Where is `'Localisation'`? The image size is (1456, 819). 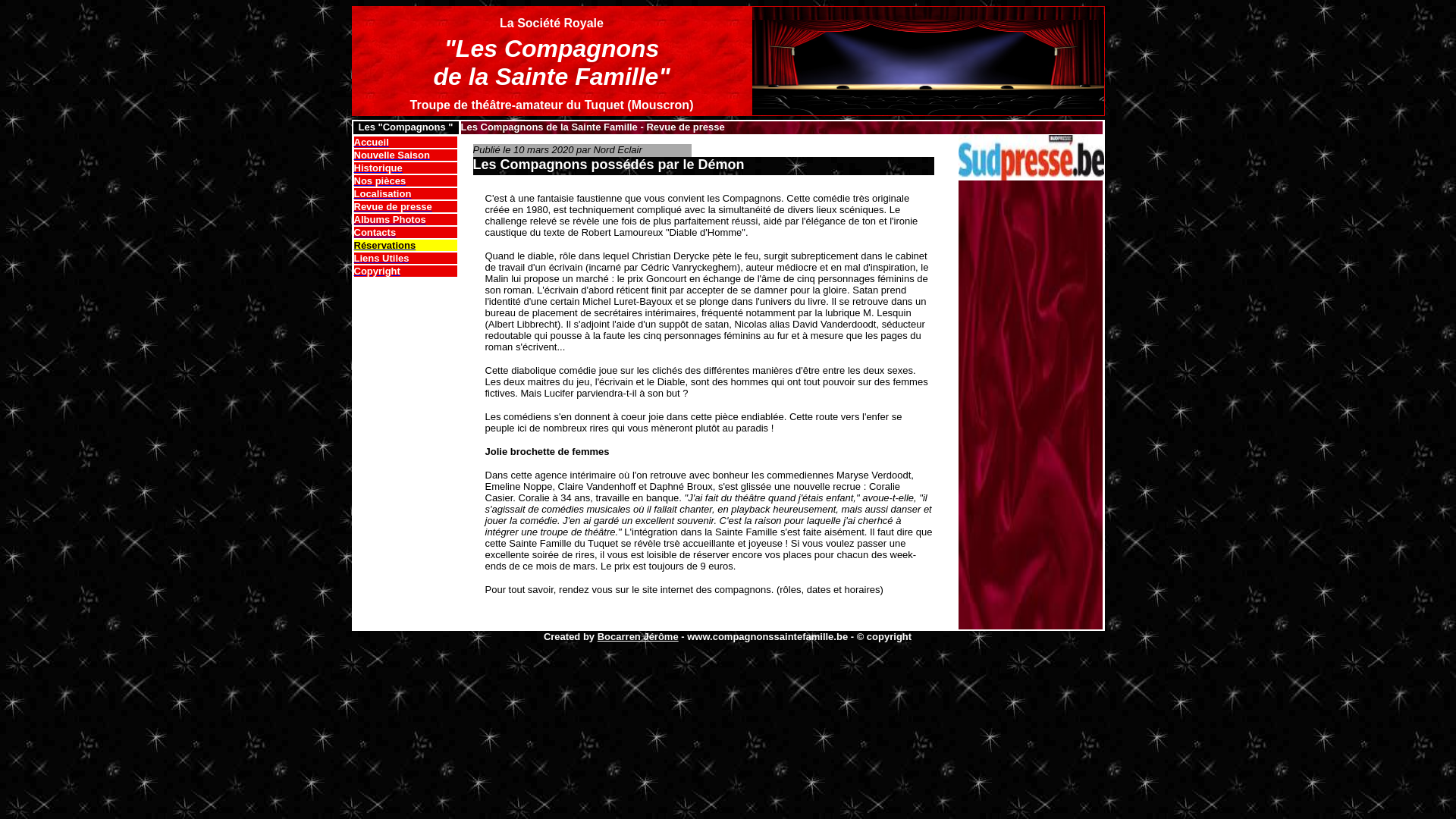
'Localisation' is located at coordinates (352, 192).